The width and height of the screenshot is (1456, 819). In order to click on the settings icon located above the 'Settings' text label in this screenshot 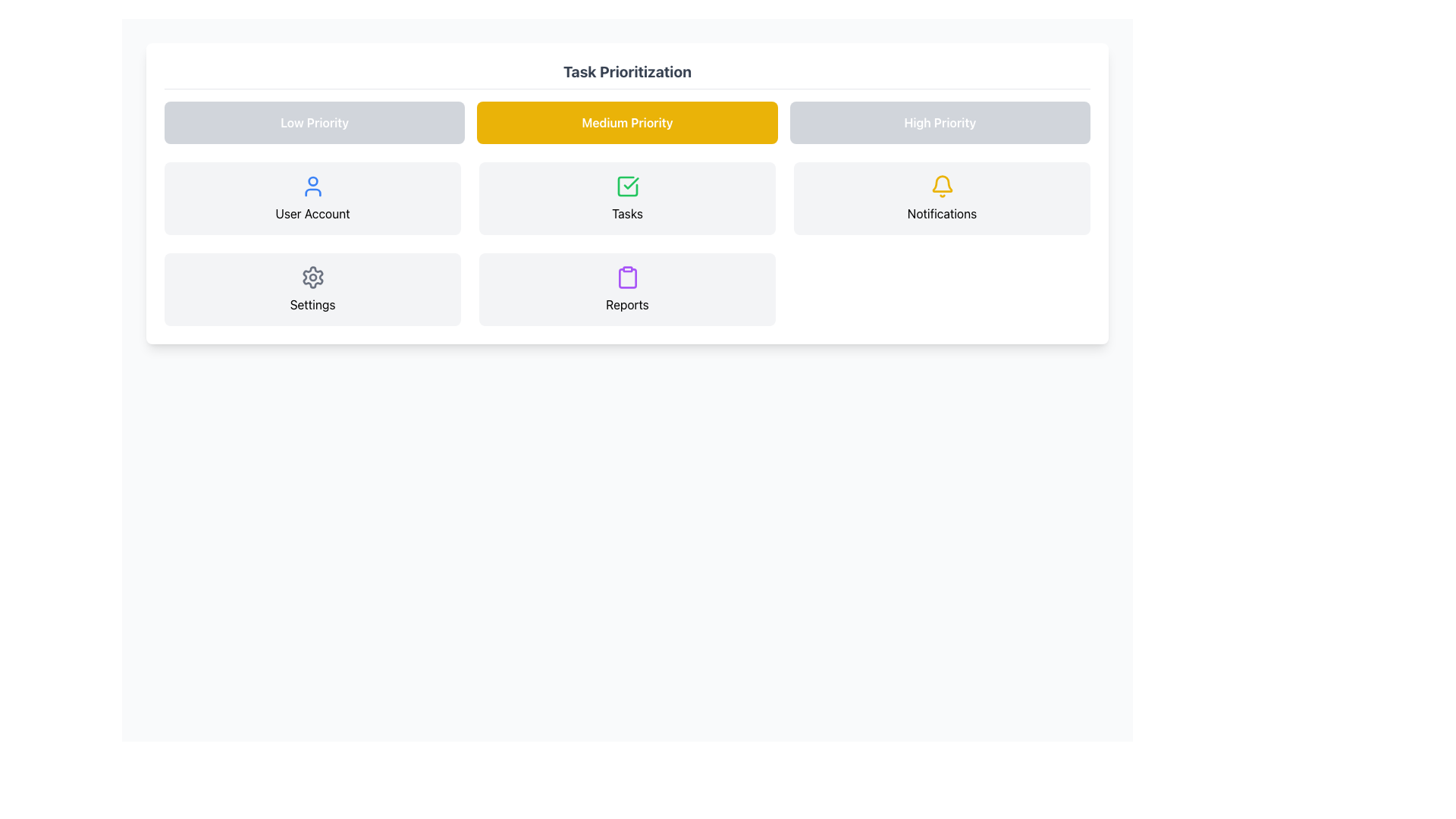, I will do `click(312, 278)`.